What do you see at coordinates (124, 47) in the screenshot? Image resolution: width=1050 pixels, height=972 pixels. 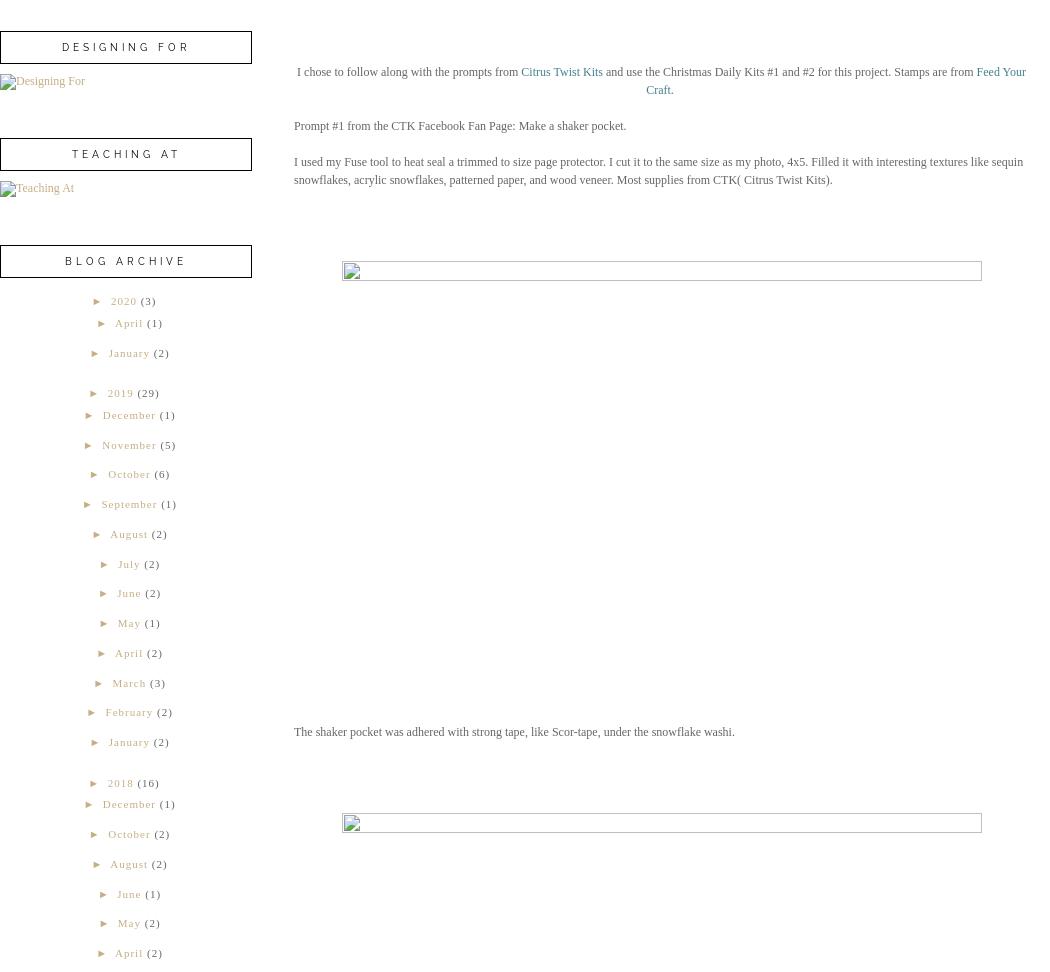 I see `'Designing For'` at bounding box center [124, 47].